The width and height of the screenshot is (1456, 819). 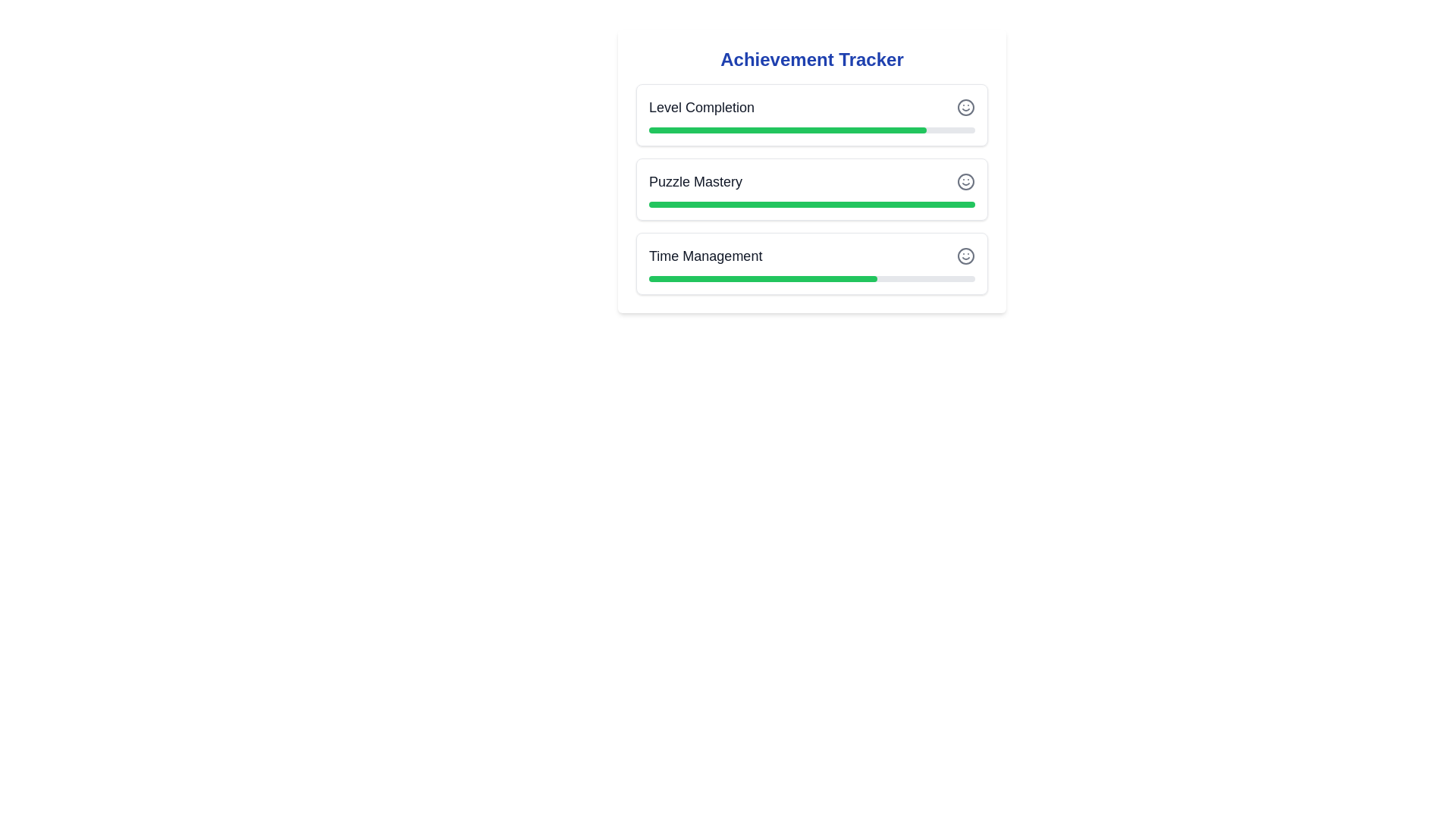 I want to click on the progress bar located below the title 'Puzzle Mastery', which is the second progress bar in a vertical arrangement of three, characterized by its green fill and rounded corners, so click(x=811, y=205).